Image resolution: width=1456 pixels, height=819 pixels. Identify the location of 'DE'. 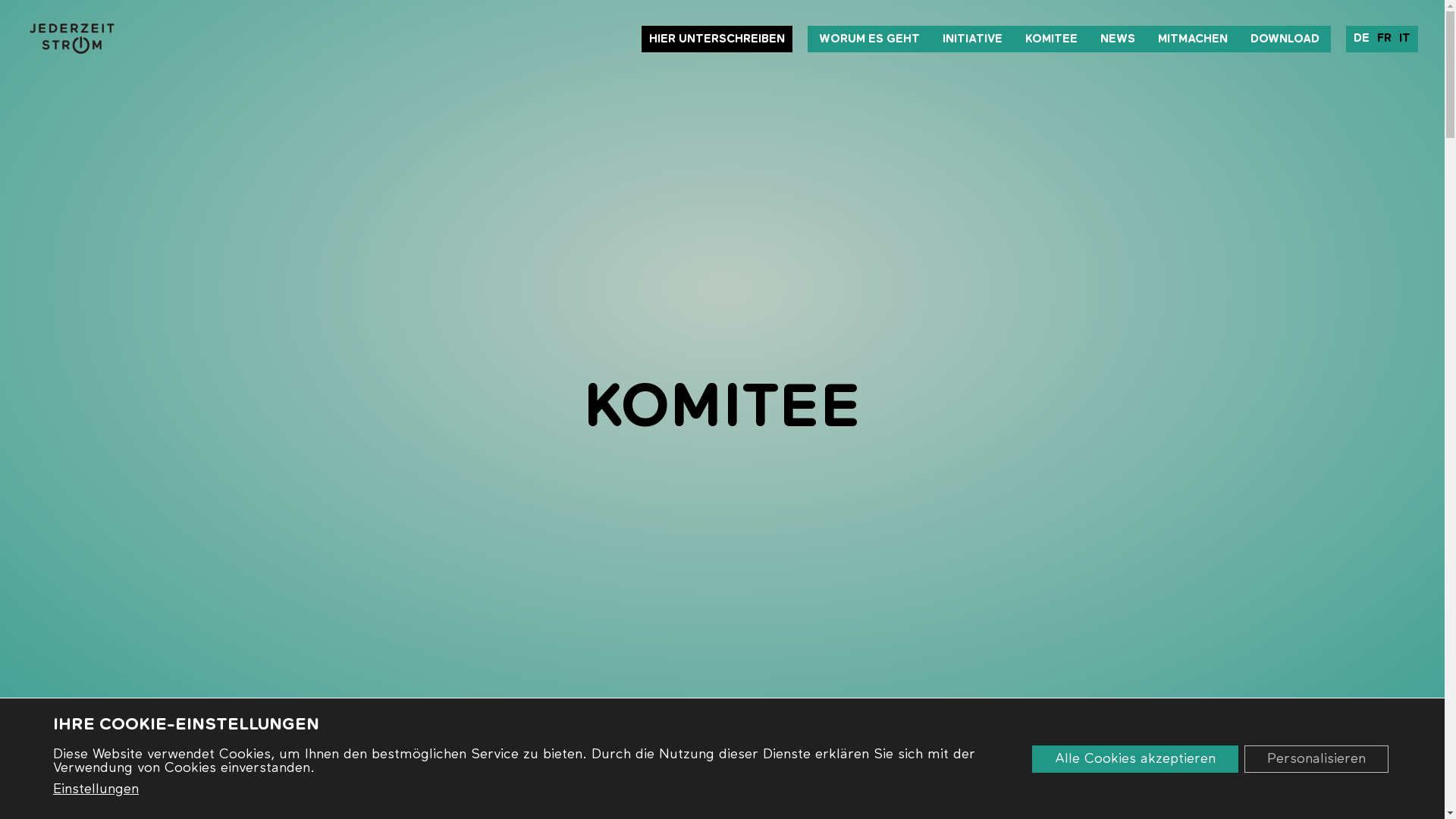
(1361, 37).